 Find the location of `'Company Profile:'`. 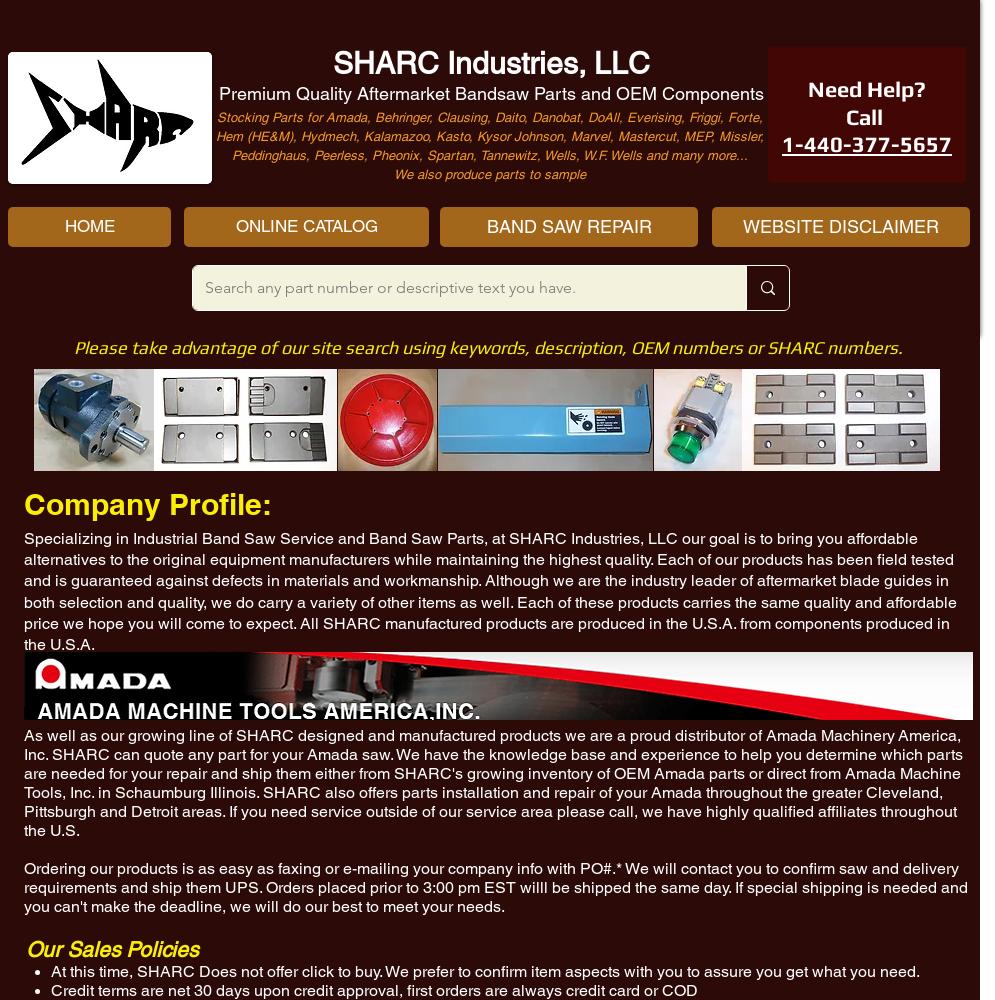

'Company Profile:' is located at coordinates (23, 504).